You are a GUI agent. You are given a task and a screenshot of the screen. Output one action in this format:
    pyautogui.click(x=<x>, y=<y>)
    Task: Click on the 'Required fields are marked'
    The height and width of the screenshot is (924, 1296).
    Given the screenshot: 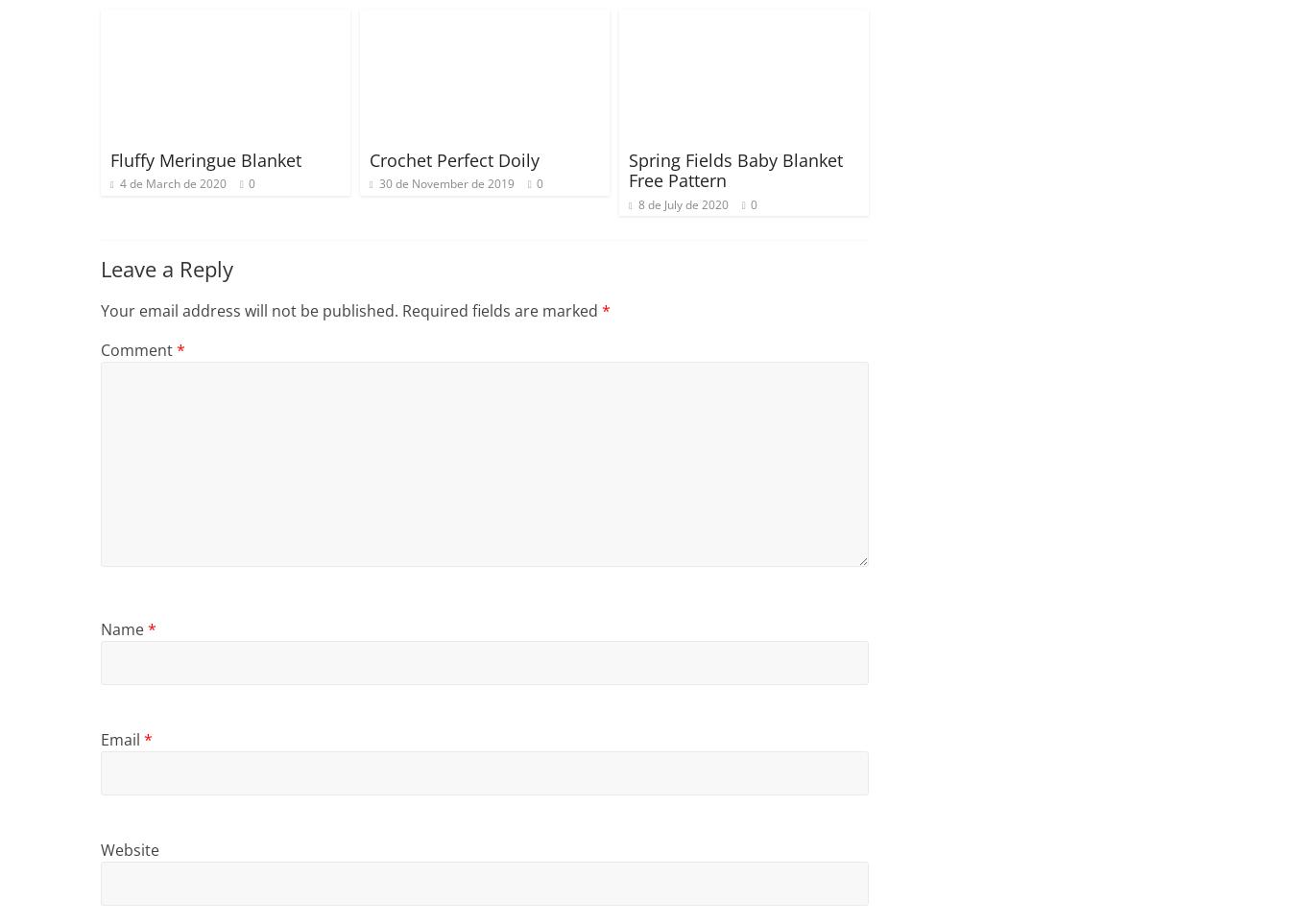 What is the action you would take?
    pyautogui.click(x=500, y=310)
    